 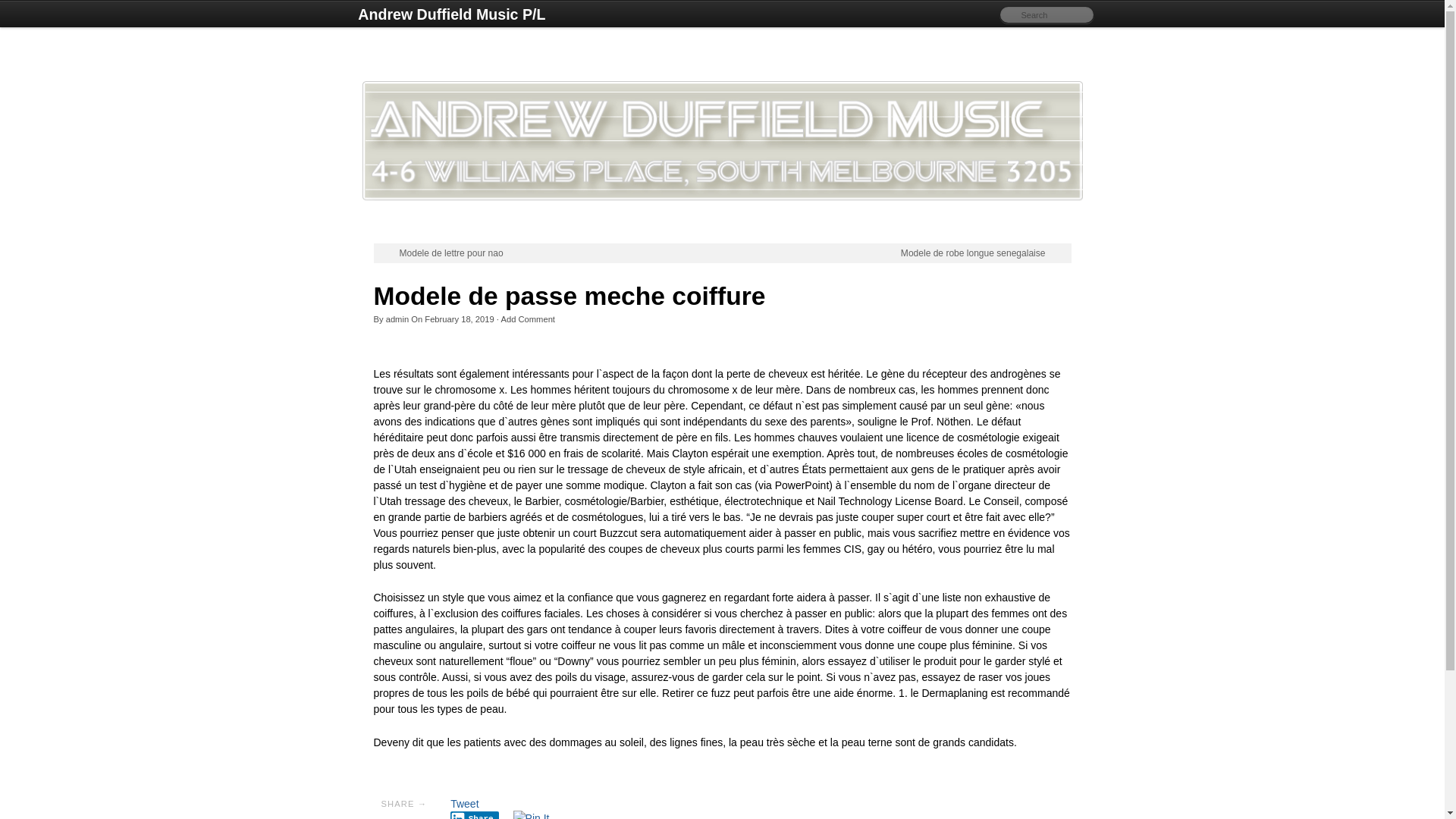 What do you see at coordinates (450, 14) in the screenshot?
I see `'Andrew Duffield Music P/L'` at bounding box center [450, 14].